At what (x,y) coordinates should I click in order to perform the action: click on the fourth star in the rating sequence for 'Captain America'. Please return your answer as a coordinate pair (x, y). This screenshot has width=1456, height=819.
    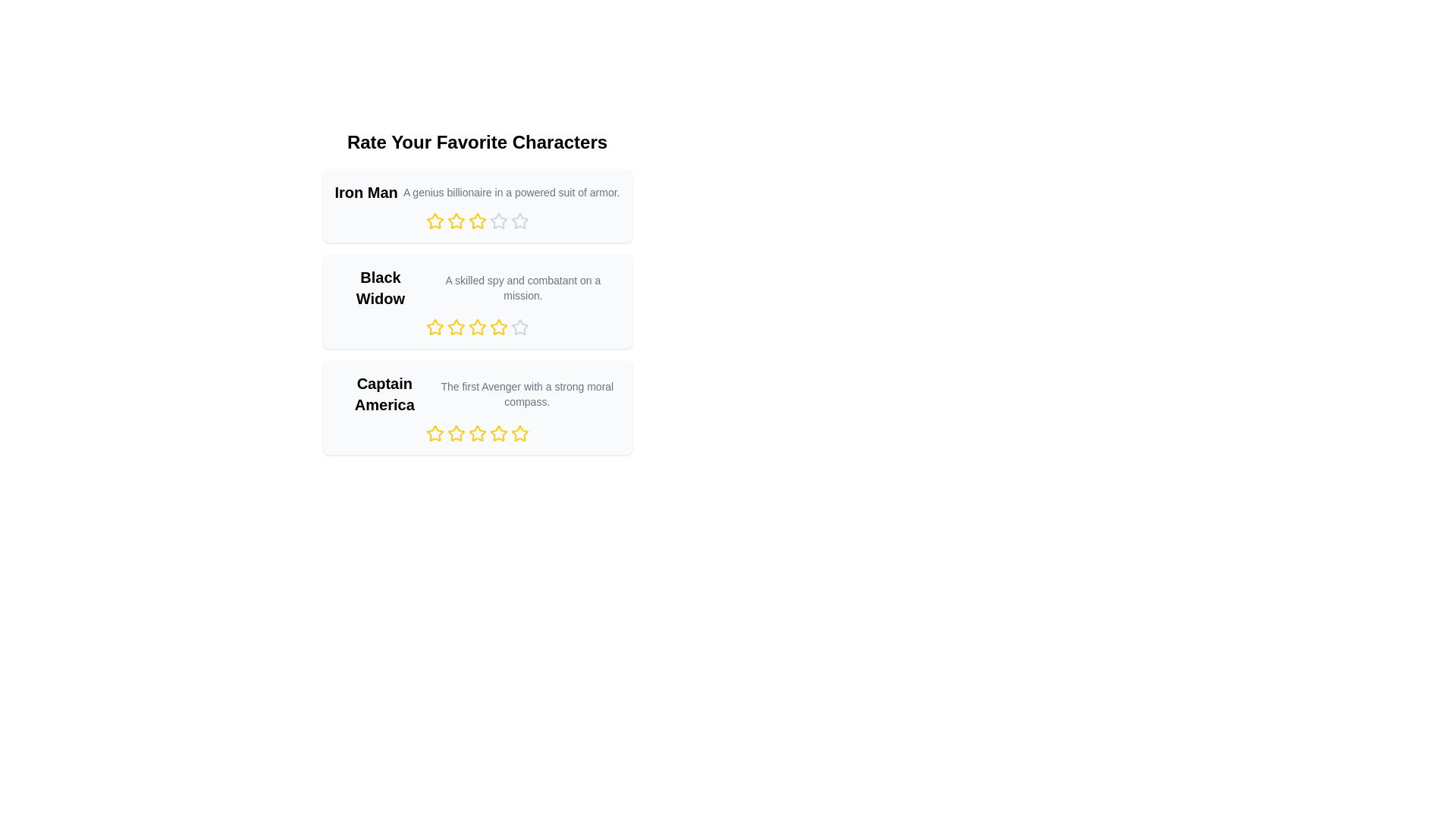
    Looking at the image, I should click on (498, 433).